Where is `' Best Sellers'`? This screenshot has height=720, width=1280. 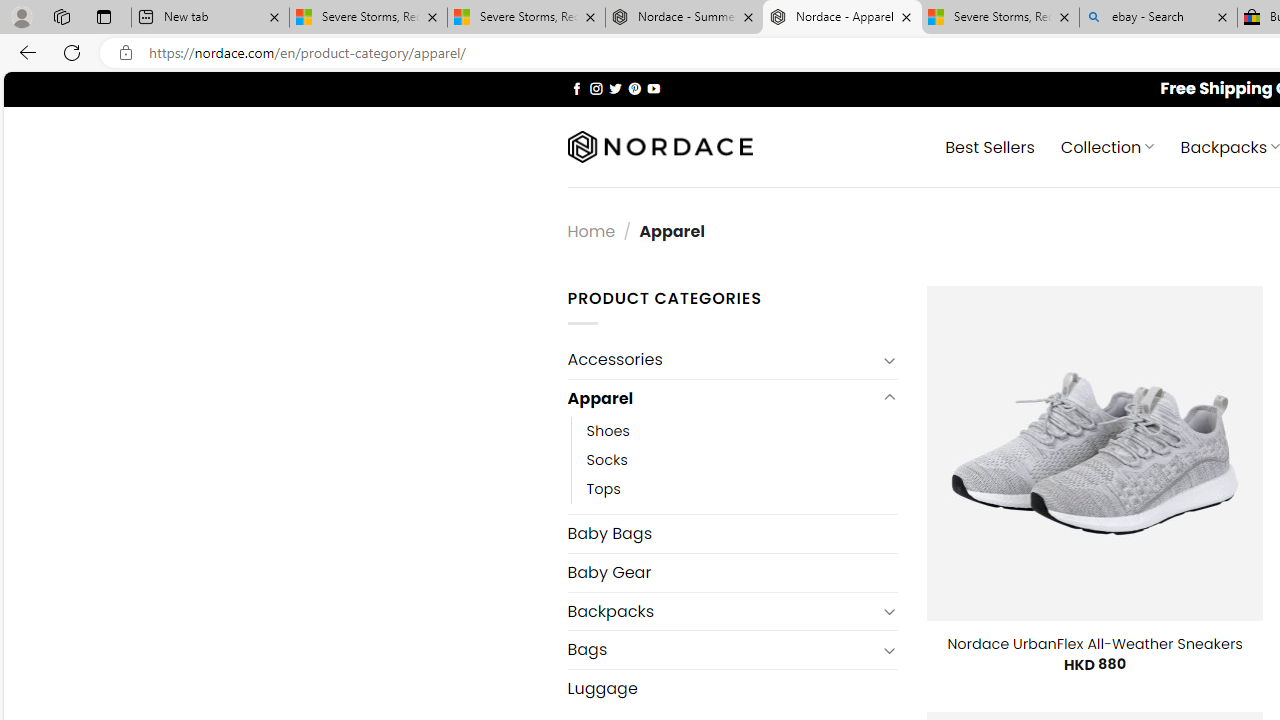 ' Best Sellers' is located at coordinates (990, 145).